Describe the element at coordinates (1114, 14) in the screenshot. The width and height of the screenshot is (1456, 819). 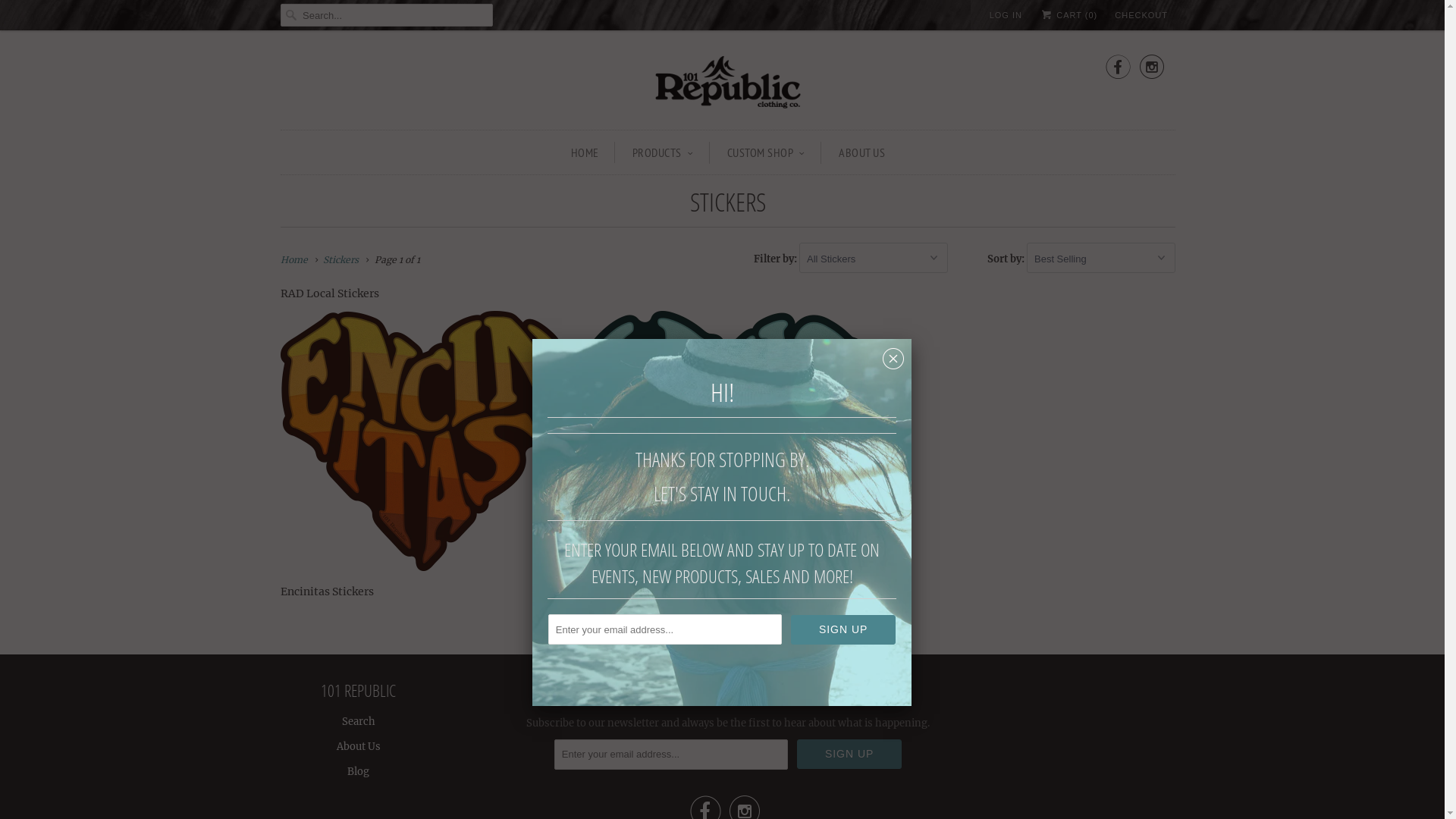
I see `'CHECKOUT'` at that location.